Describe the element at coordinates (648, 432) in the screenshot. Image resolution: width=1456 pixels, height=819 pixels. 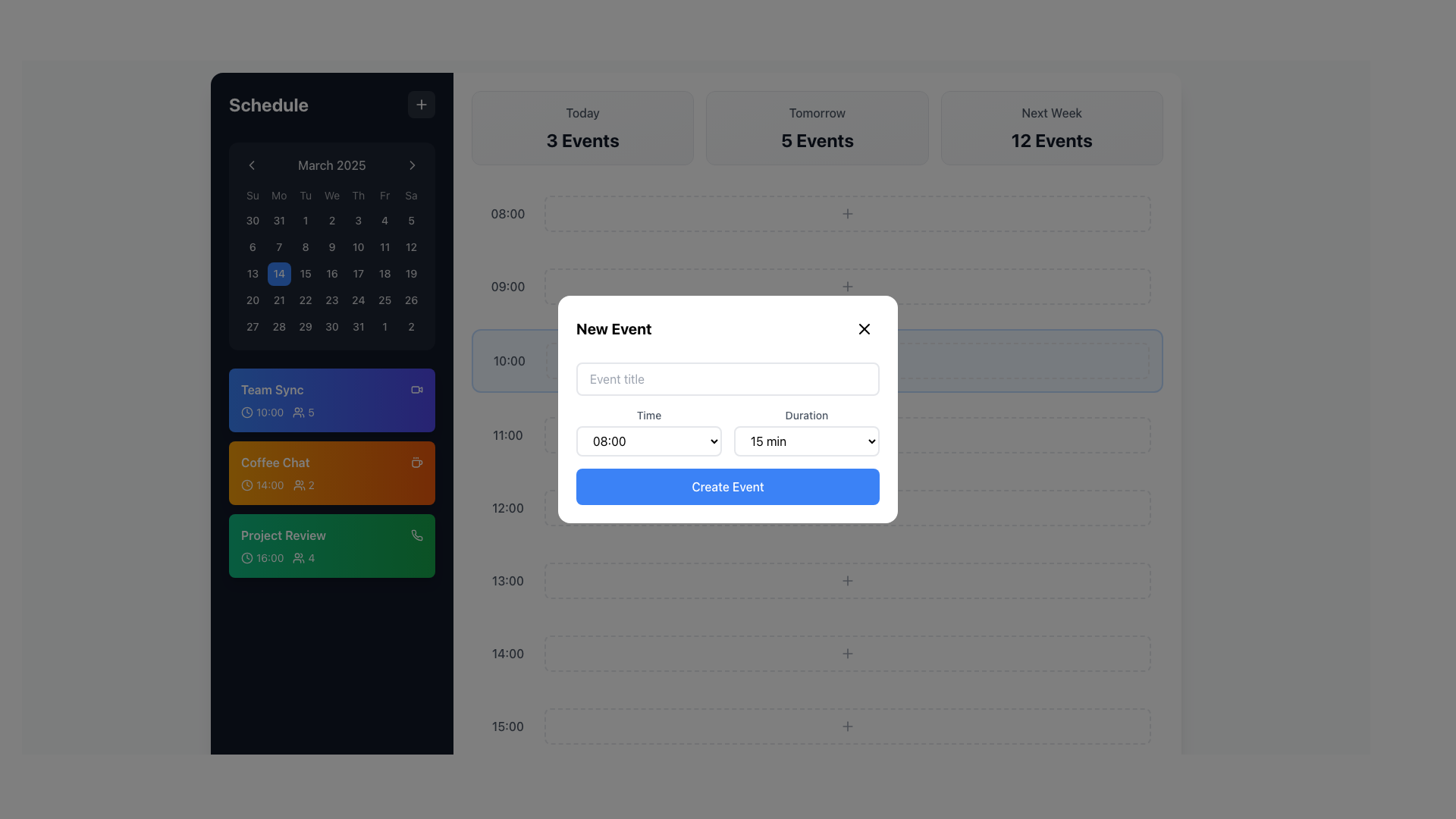
I see `a time option from the 'Time' dropdown menu located under the 'New Event' dialog header` at that location.